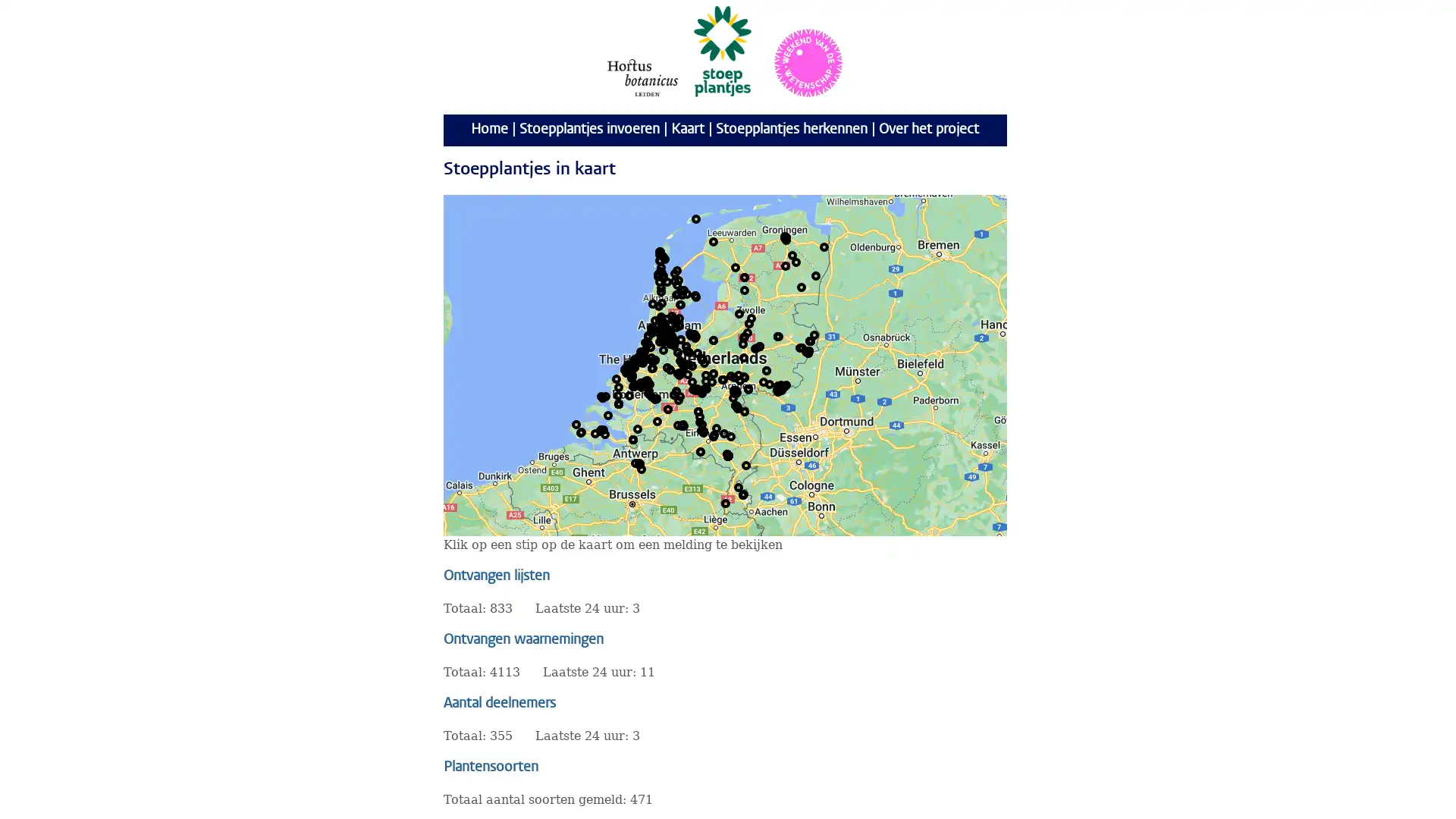 The height and width of the screenshot is (819, 1456). I want to click on Telling van op 15 januari 2022, so click(626, 371).